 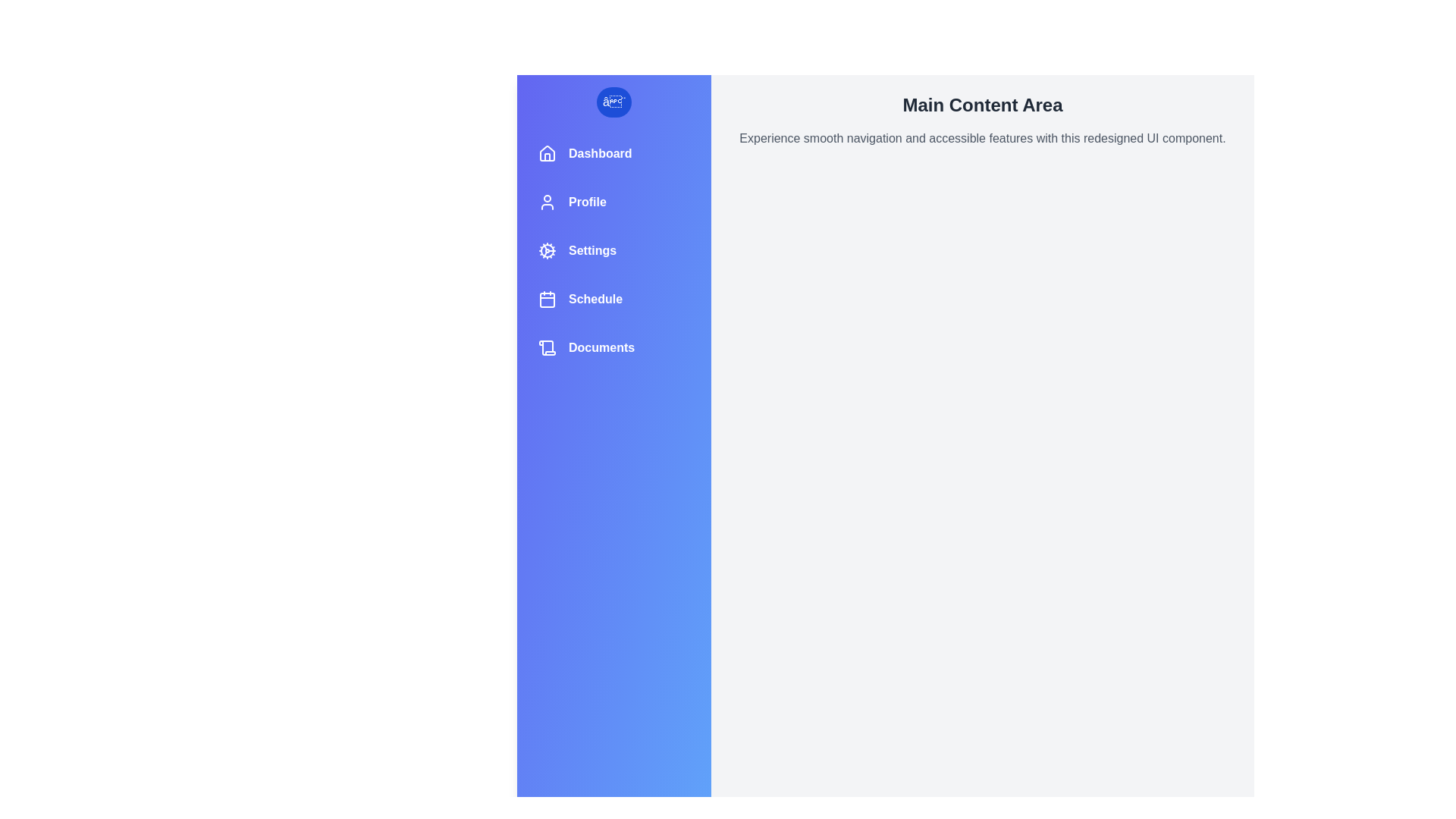 I want to click on the navigation item labeled 'Schedule' to observe the hover effect, so click(x=614, y=299).